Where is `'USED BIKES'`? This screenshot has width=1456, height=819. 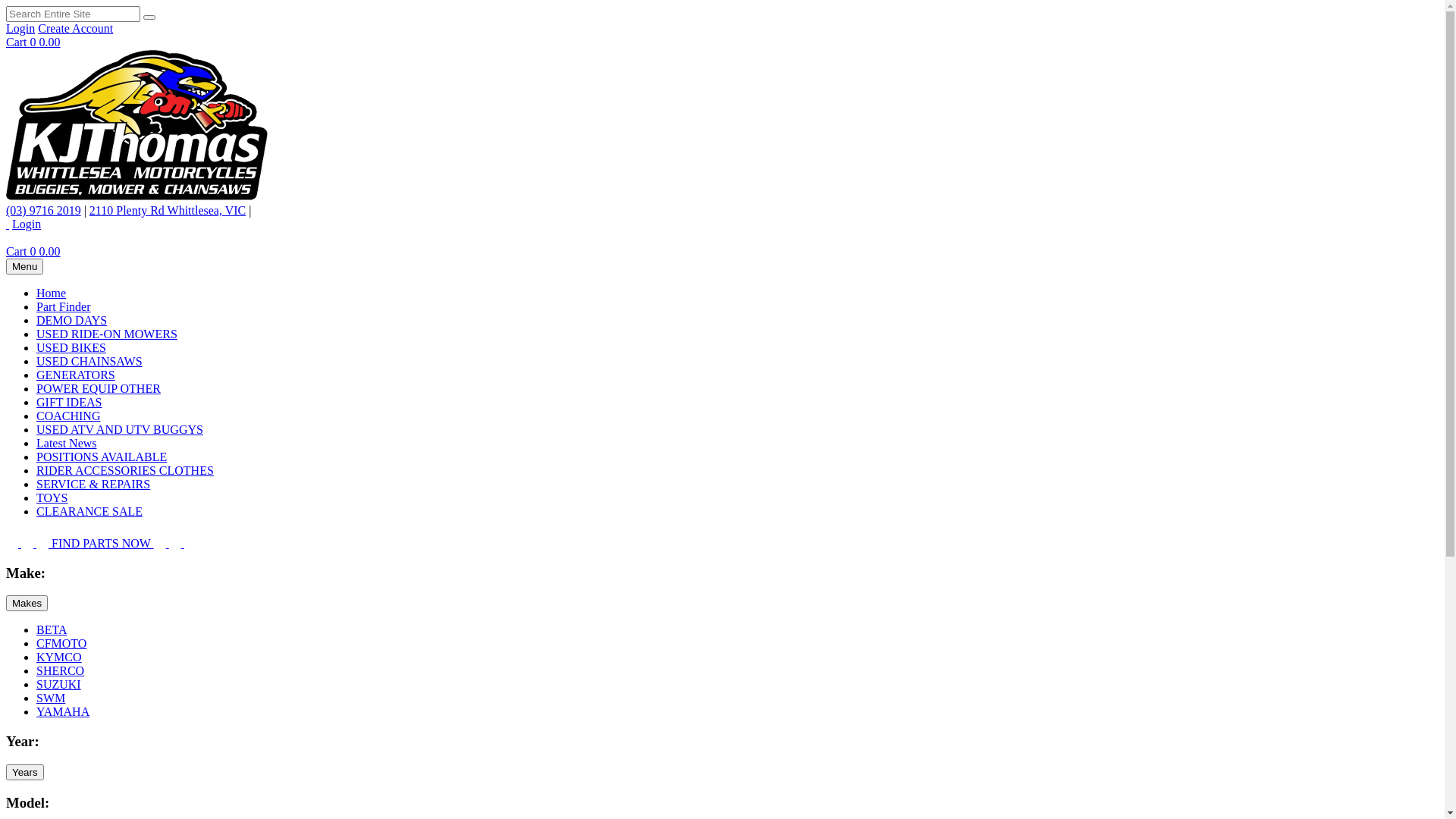
'USED BIKES' is located at coordinates (71, 347).